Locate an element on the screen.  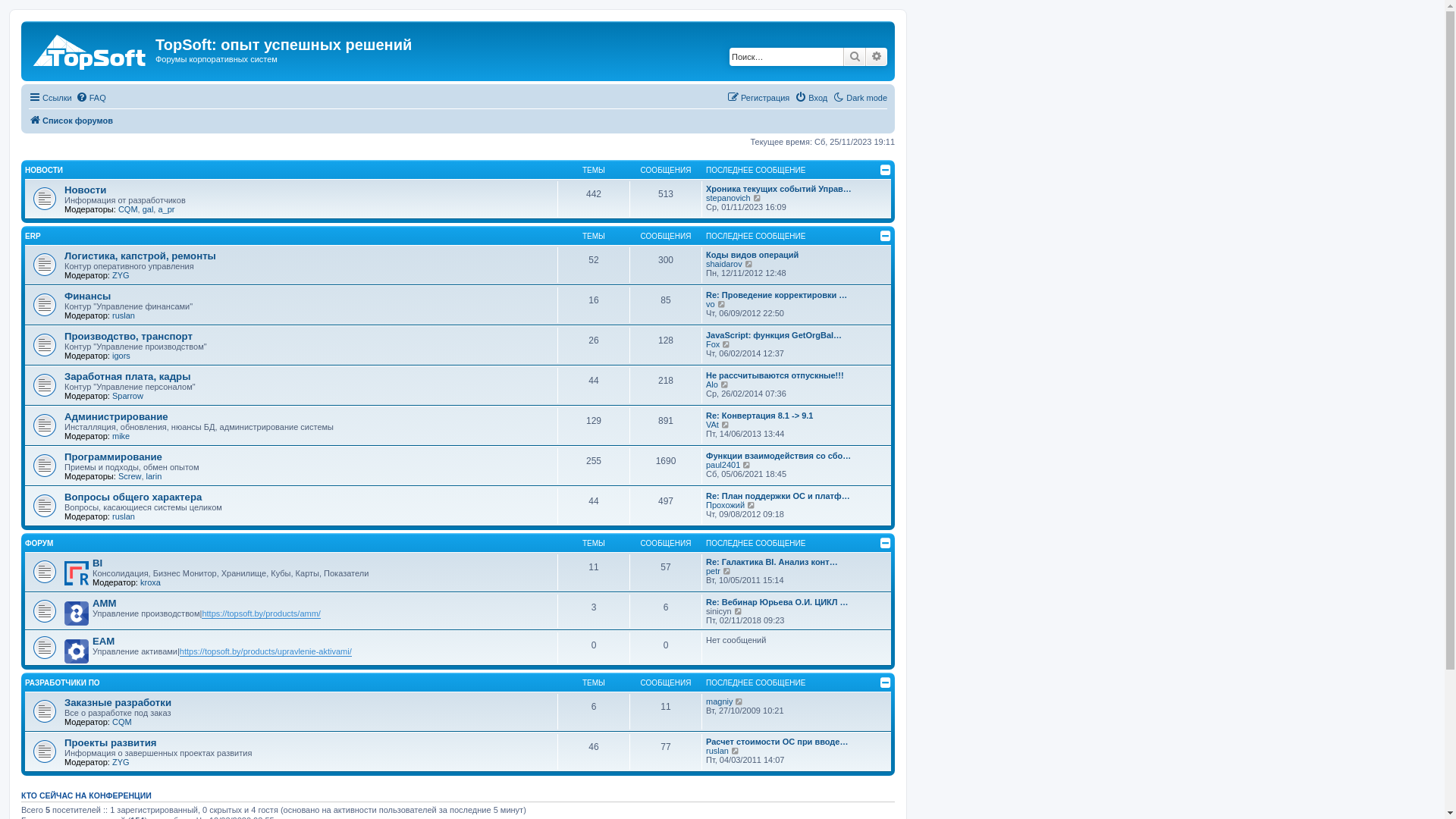
'AMM' is located at coordinates (104, 602).